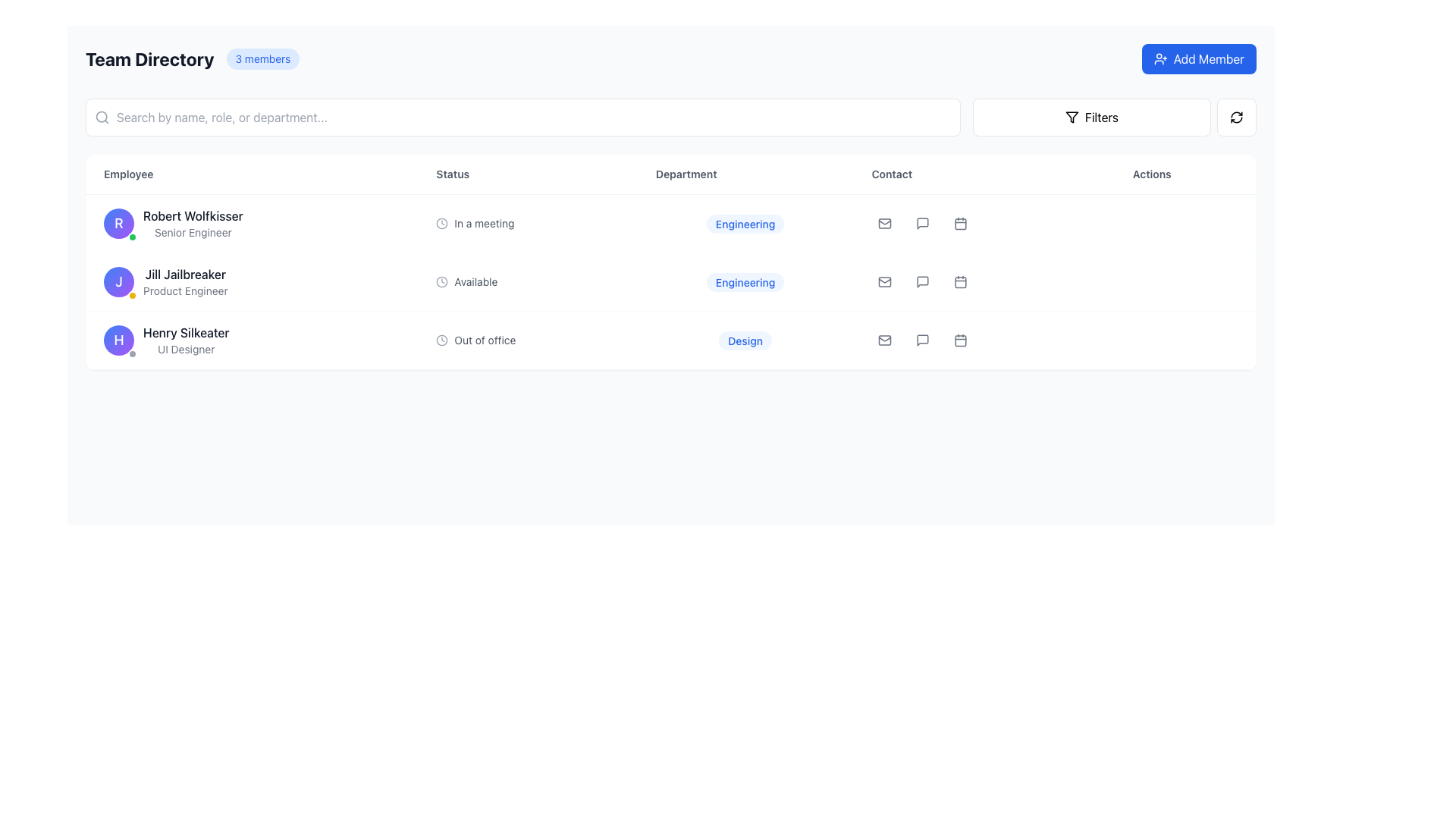 This screenshot has width=1456, height=819. I want to click on the downward-pointing funnel-shaped graphic of the filter icon located in the top search bar, so click(1071, 116).